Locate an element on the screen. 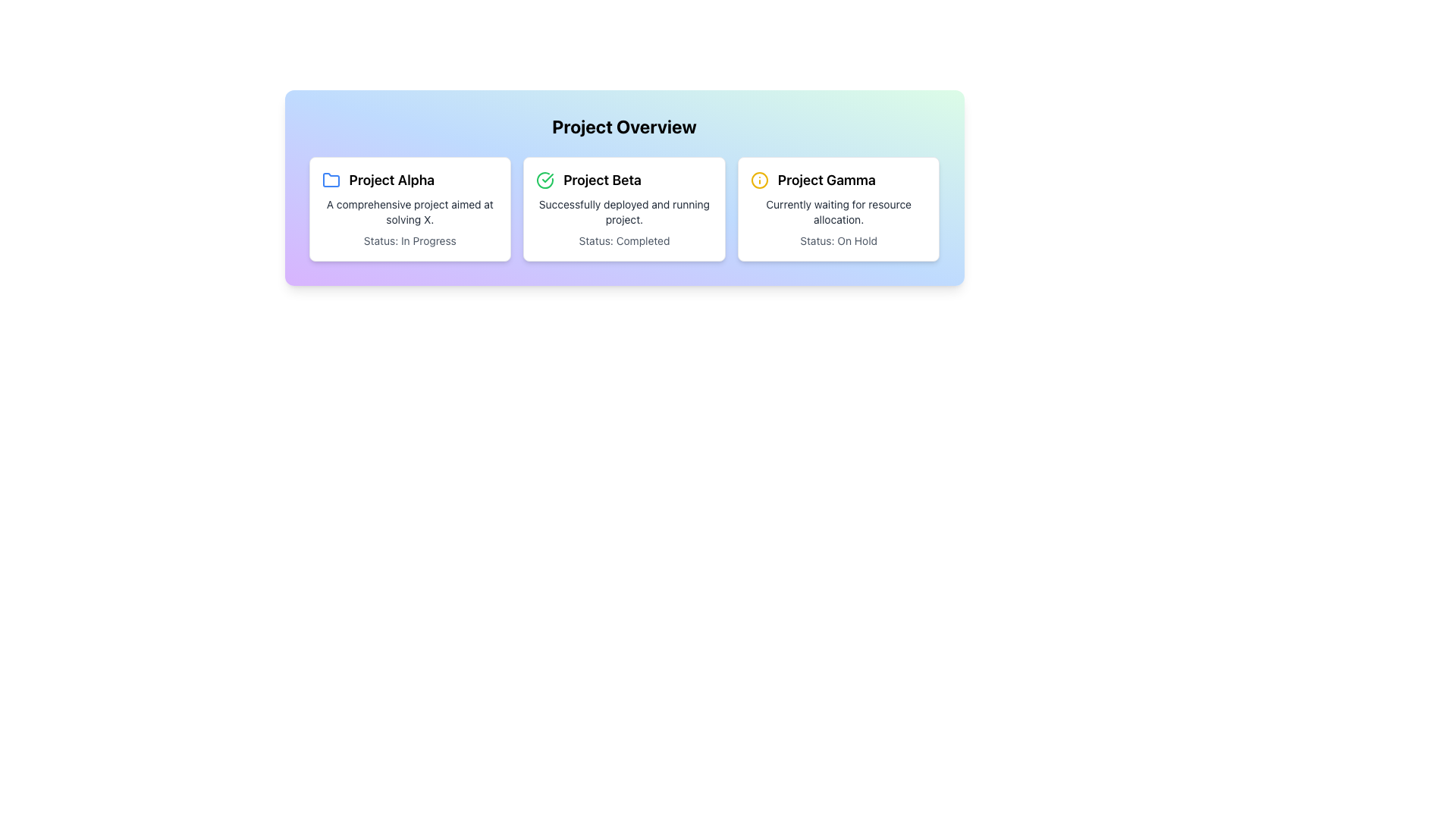 This screenshot has height=819, width=1456. status text displayed at the bottom of the 'Project Alpha' card, which provides current state information about the project is located at coordinates (409, 240).